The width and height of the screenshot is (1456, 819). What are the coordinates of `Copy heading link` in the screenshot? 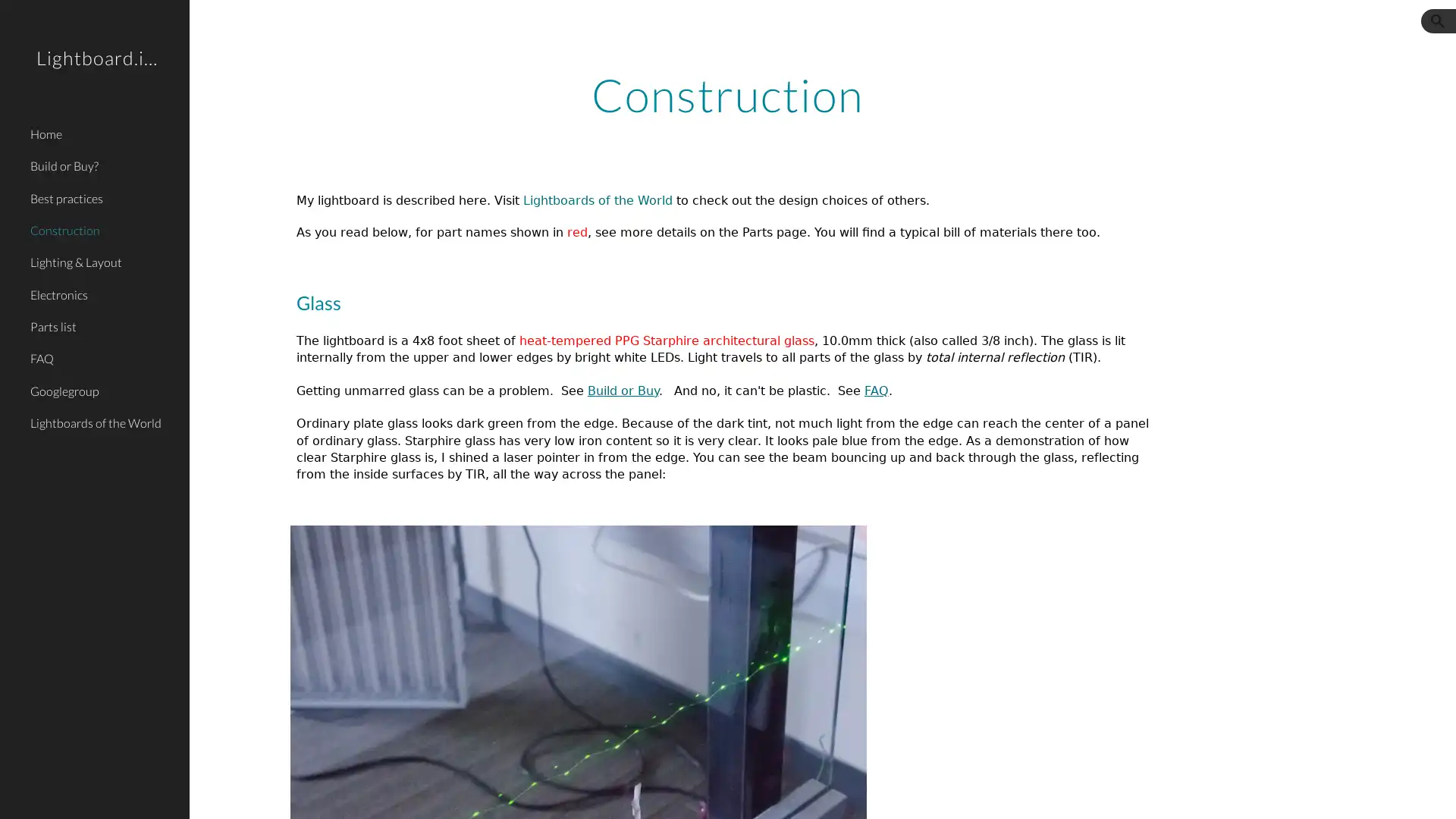 It's located at (451, 302).